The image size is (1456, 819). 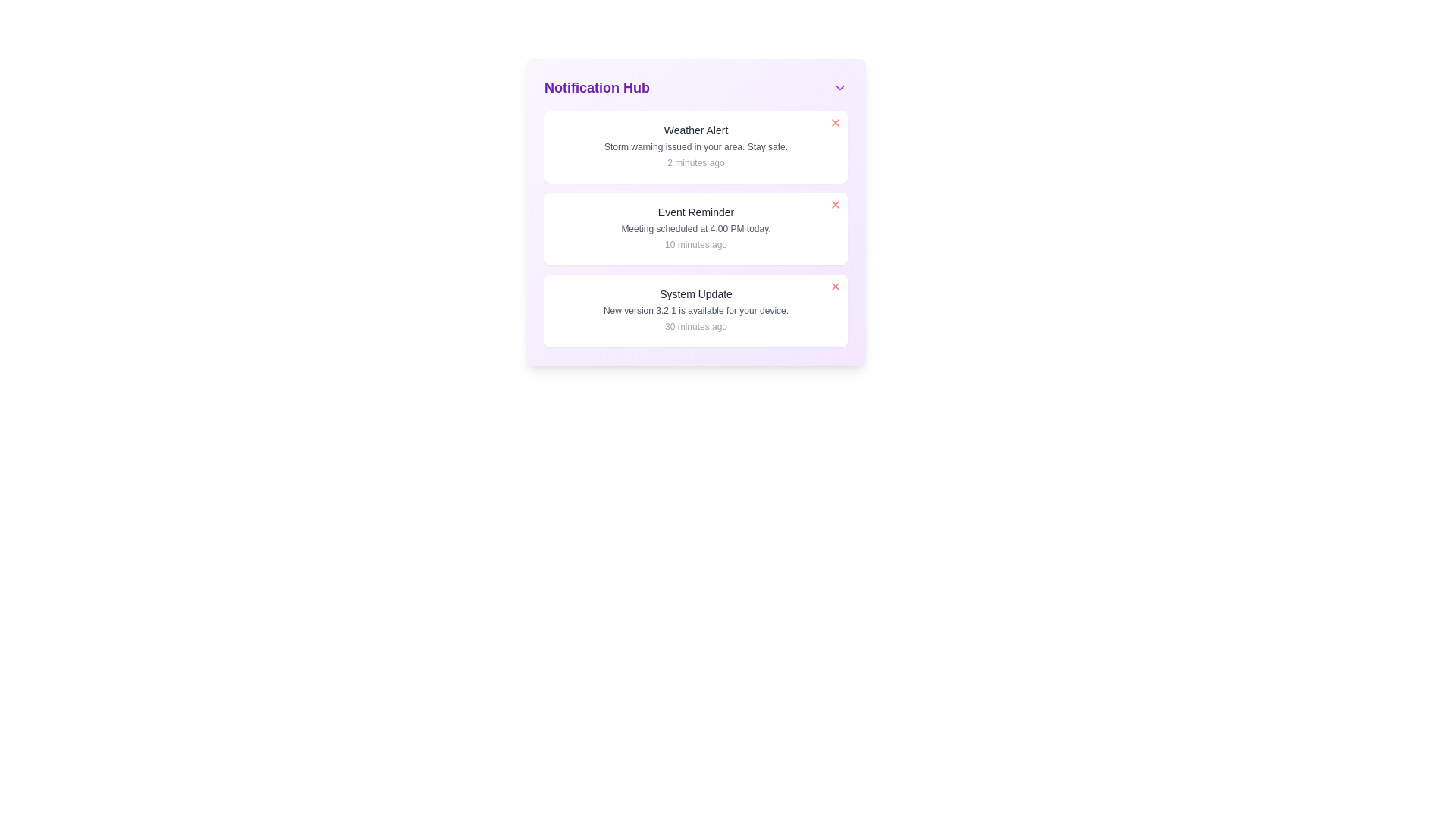 I want to click on storm warning text label located below the title 'Weather Alert' and above the timestamp '2 minutes ago' within the notification card, so click(x=695, y=146).